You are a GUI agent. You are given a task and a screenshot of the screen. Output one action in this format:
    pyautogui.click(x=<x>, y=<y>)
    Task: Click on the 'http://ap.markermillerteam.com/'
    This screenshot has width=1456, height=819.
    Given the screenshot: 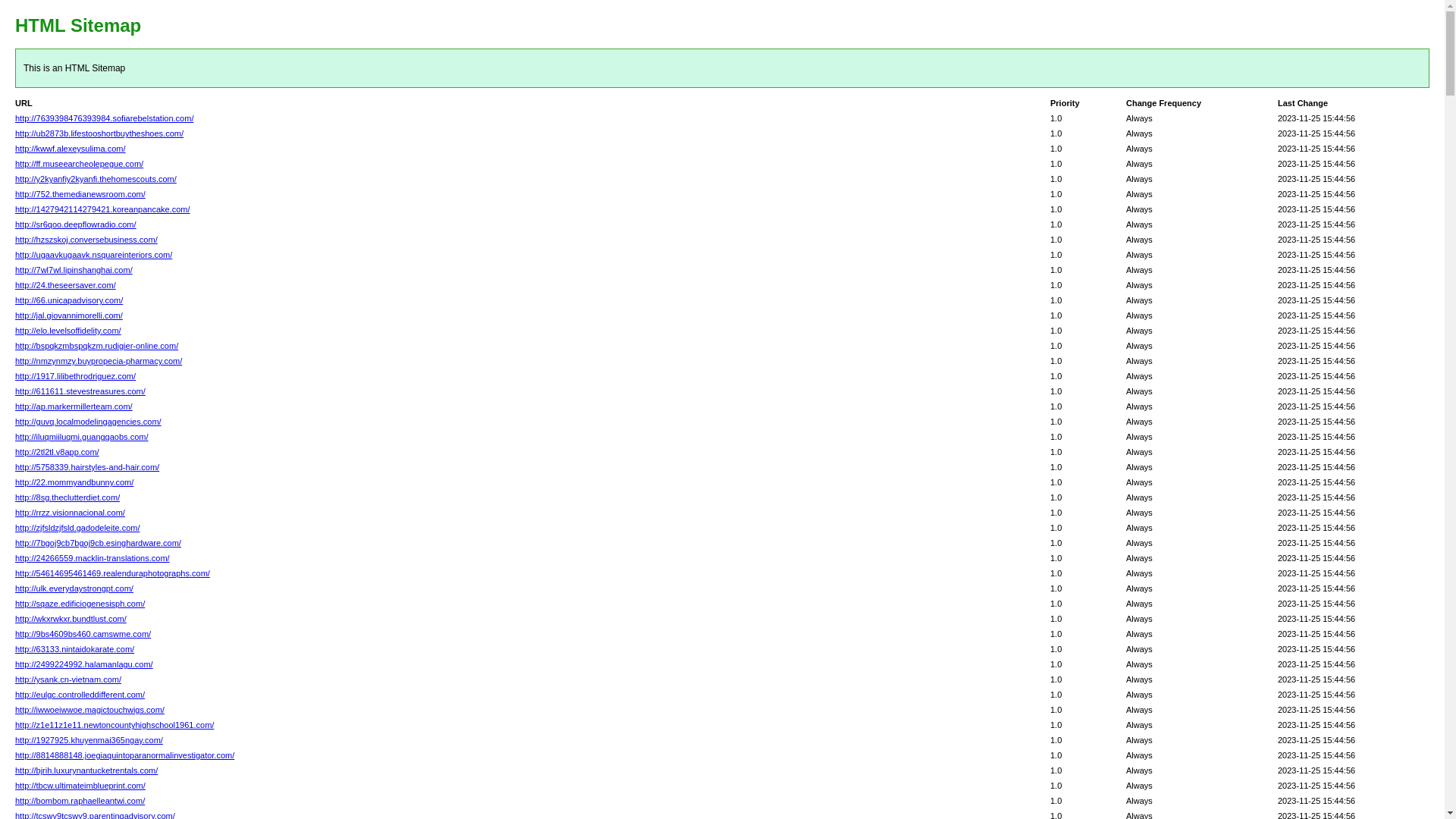 What is the action you would take?
    pyautogui.click(x=73, y=406)
    